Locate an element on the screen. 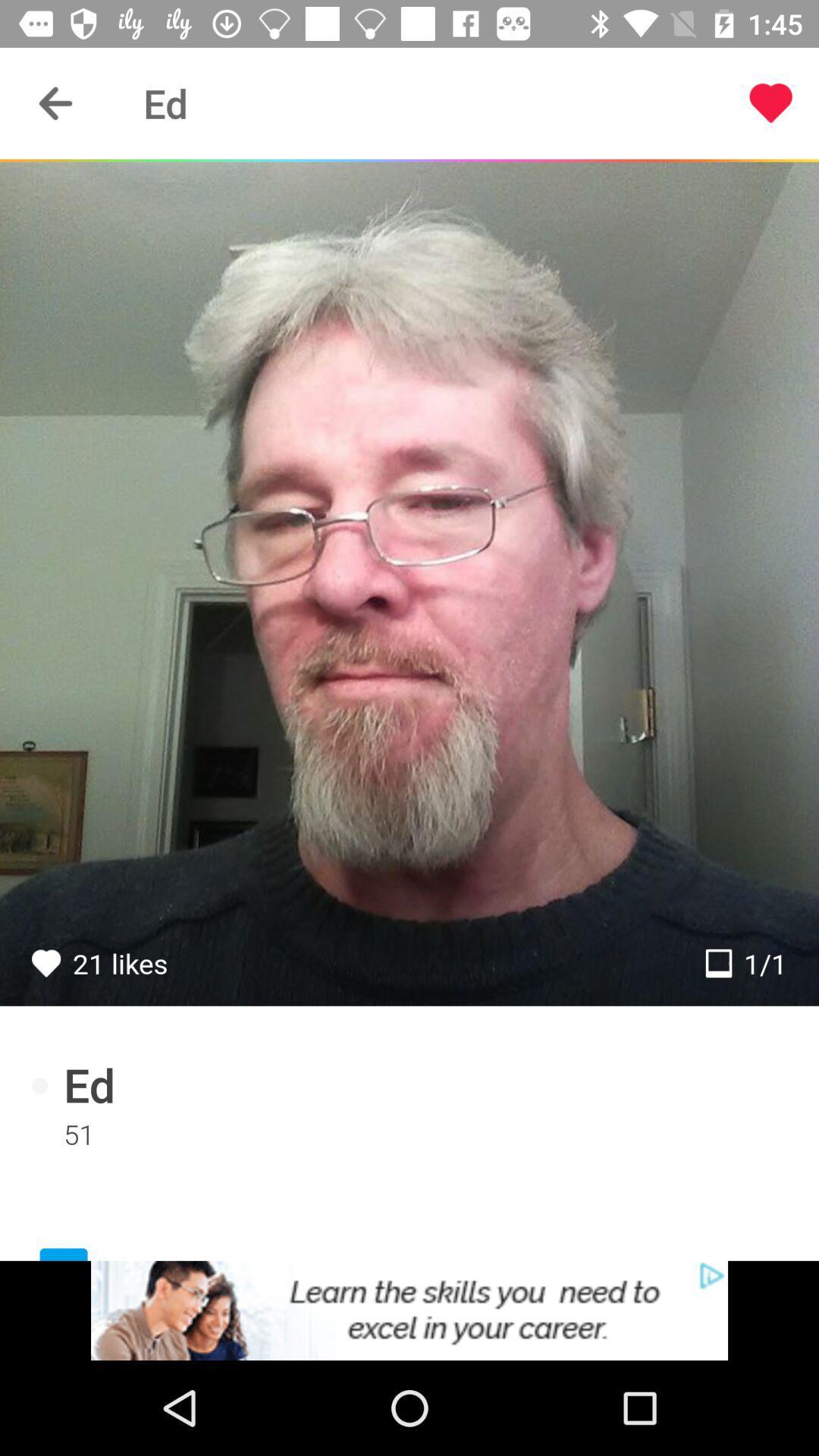 Image resolution: width=819 pixels, height=1456 pixels. advertisements image is located at coordinates (409, 1310).